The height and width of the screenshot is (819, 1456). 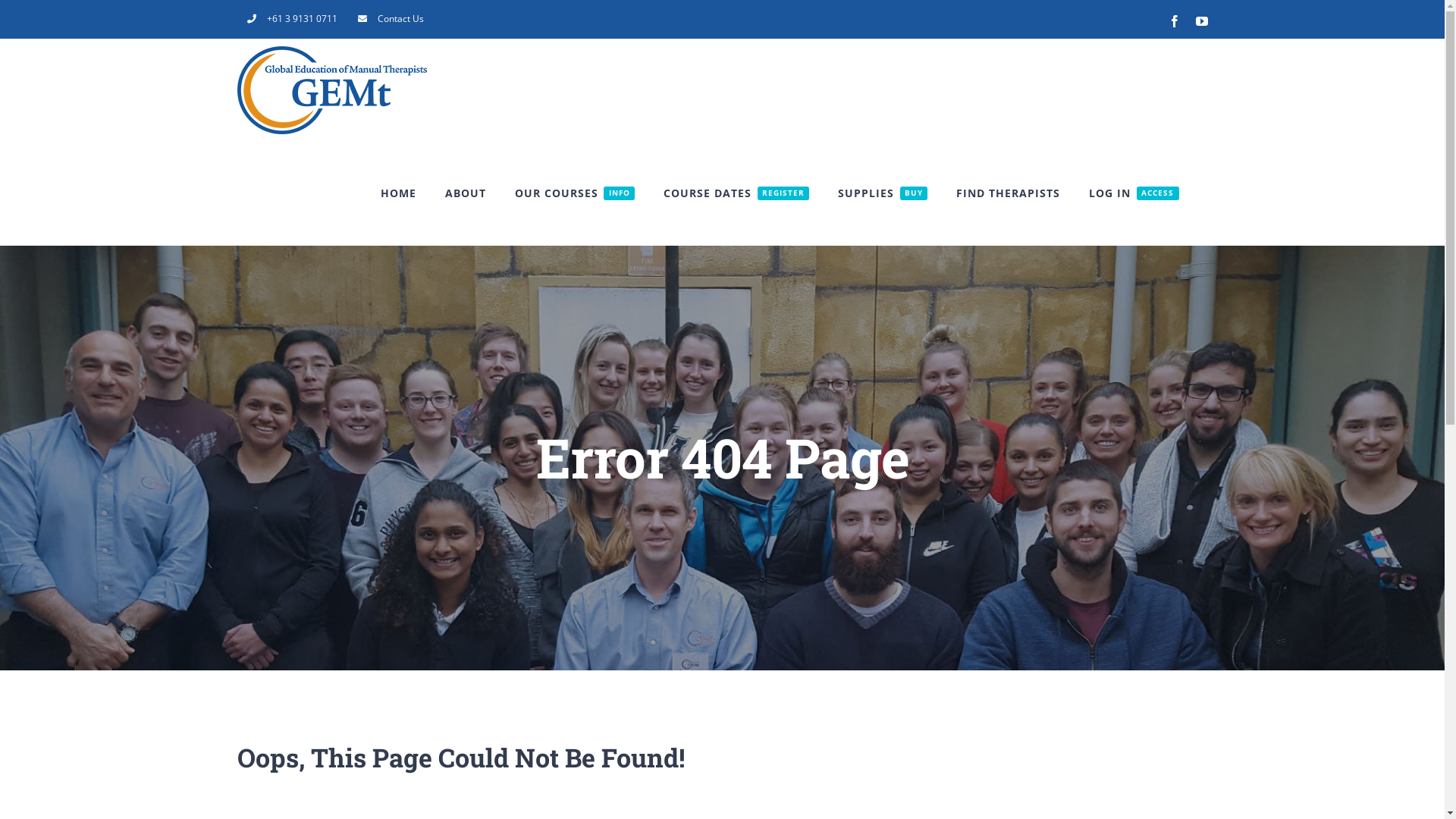 I want to click on 'SUPPLIES, so click(x=836, y=192).